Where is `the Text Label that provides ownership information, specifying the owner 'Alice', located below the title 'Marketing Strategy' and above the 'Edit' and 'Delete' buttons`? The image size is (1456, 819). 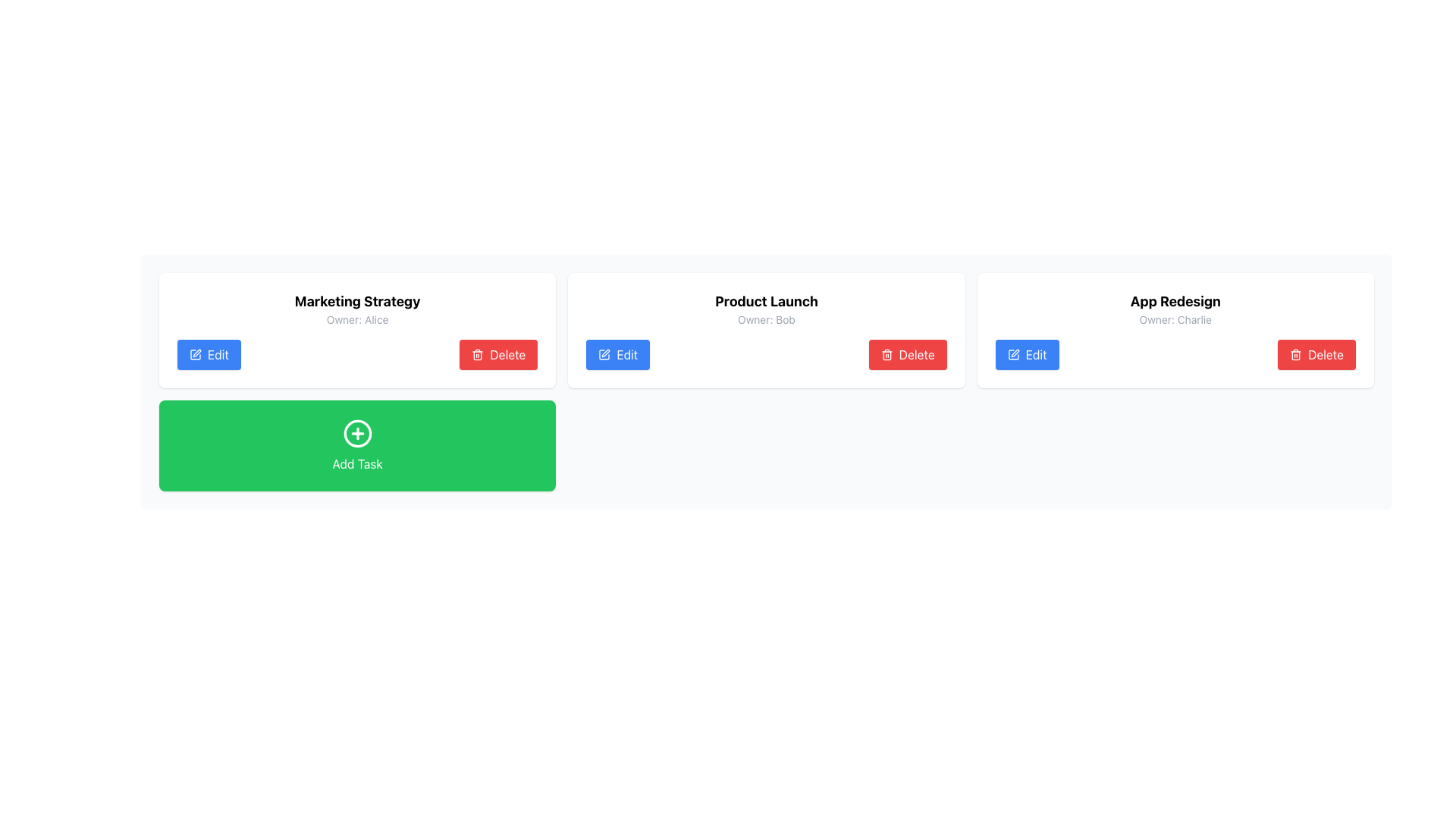 the Text Label that provides ownership information, specifying the owner 'Alice', located below the title 'Marketing Strategy' and above the 'Edit' and 'Delete' buttons is located at coordinates (356, 318).